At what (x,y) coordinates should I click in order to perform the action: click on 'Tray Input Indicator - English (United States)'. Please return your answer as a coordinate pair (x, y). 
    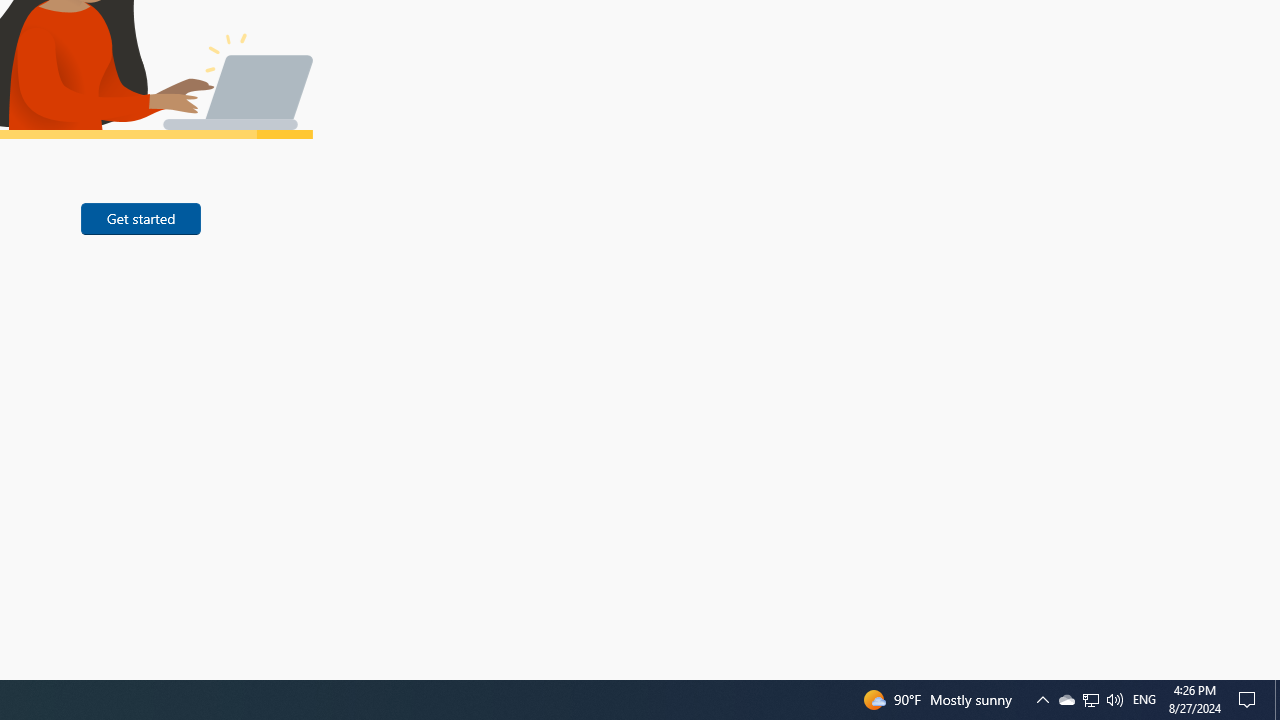
    Looking at the image, I should click on (1144, 698).